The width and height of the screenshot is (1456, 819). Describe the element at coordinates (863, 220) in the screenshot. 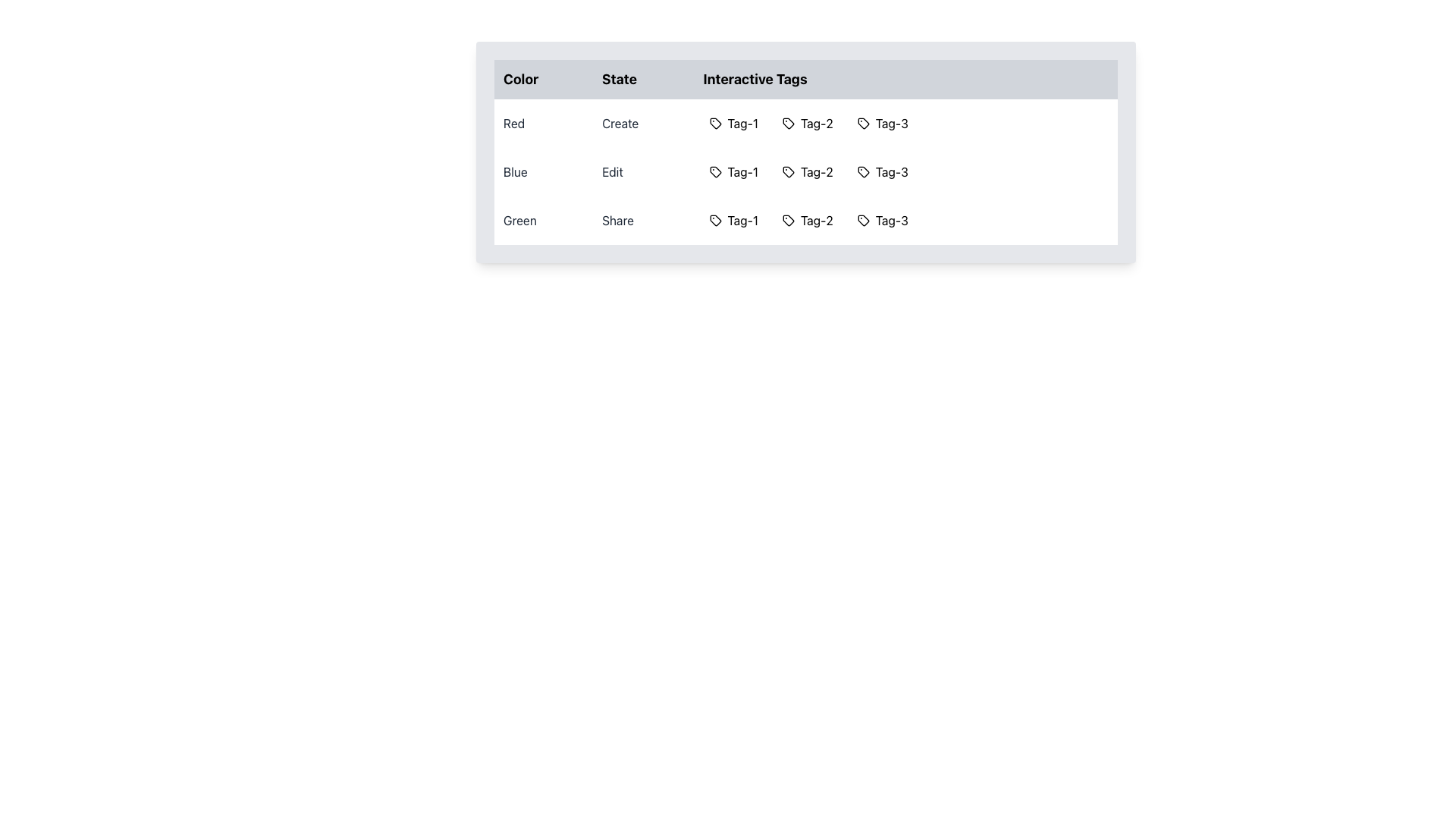

I see `the interactive icon associated with the 'Tag-3' label in the 'Interactive Tags' column of the 'Share' row` at that location.